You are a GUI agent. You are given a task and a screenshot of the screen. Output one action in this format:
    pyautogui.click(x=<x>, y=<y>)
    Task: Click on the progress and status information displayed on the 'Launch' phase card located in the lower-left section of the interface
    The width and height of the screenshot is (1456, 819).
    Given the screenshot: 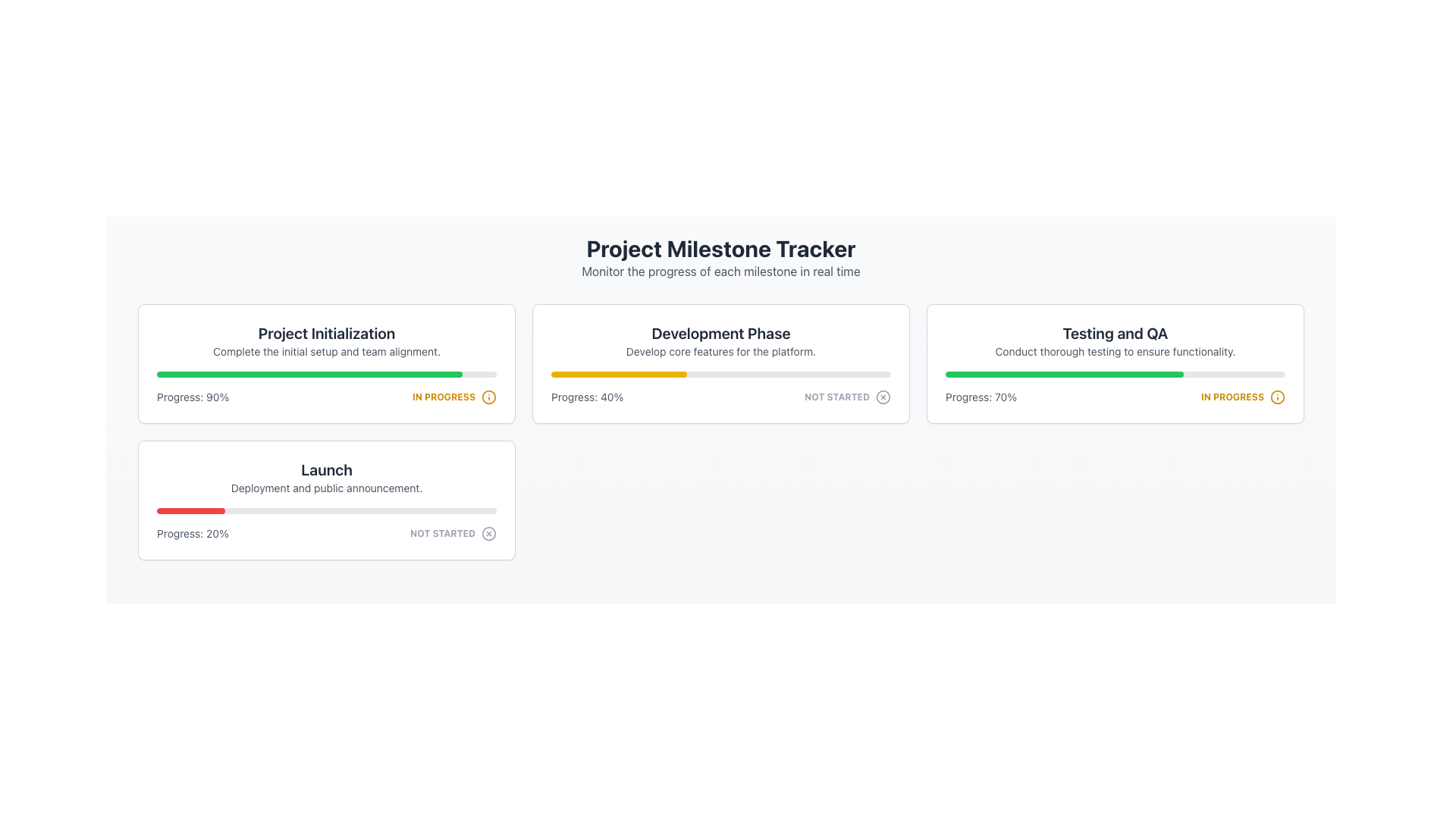 What is the action you would take?
    pyautogui.click(x=326, y=500)
    